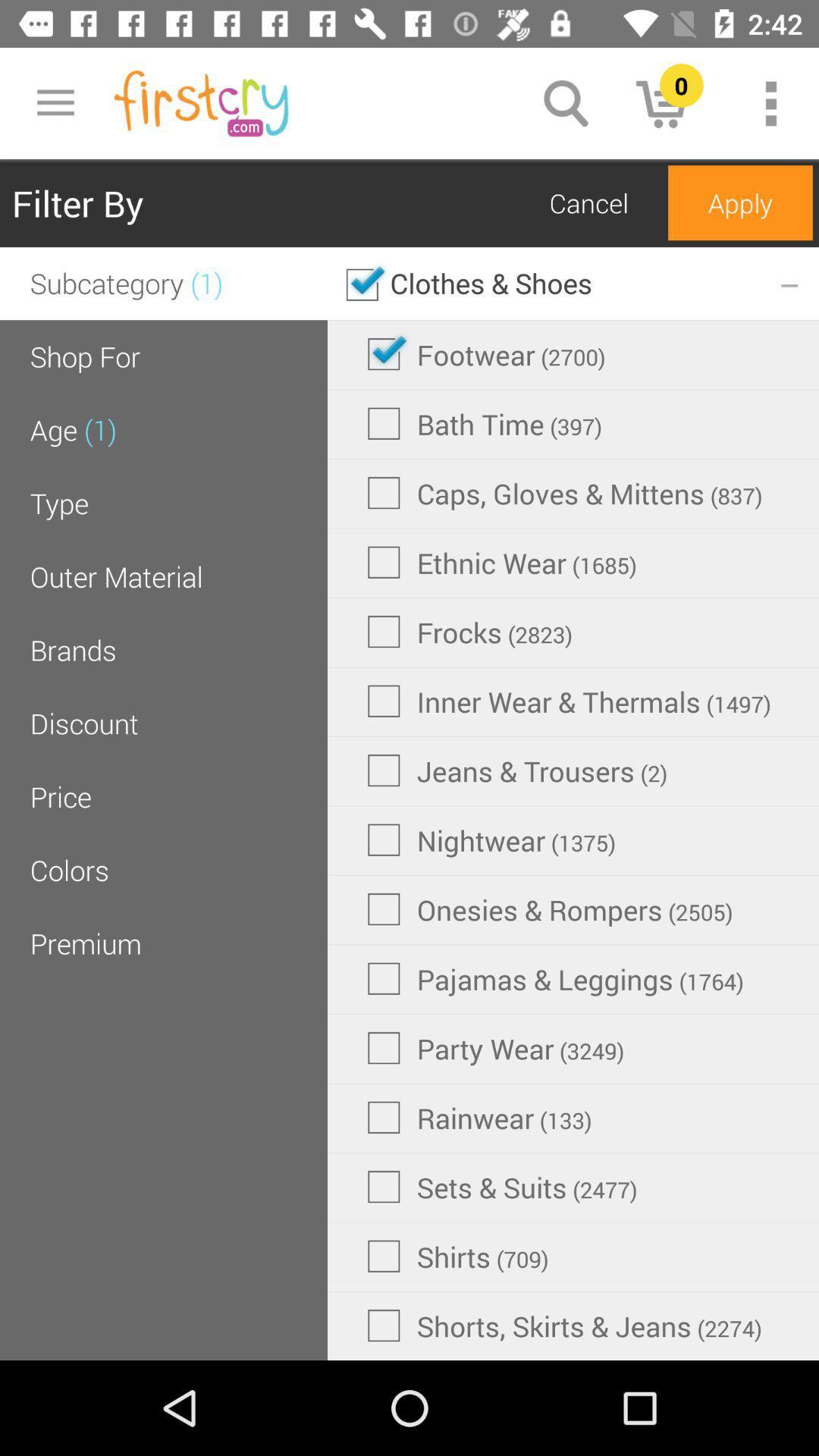 The image size is (819, 1456). What do you see at coordinates (457, 1256) in the screenshot?
I see `the icon below sets & suits (2477) item` at bounding box center [457, 1256].